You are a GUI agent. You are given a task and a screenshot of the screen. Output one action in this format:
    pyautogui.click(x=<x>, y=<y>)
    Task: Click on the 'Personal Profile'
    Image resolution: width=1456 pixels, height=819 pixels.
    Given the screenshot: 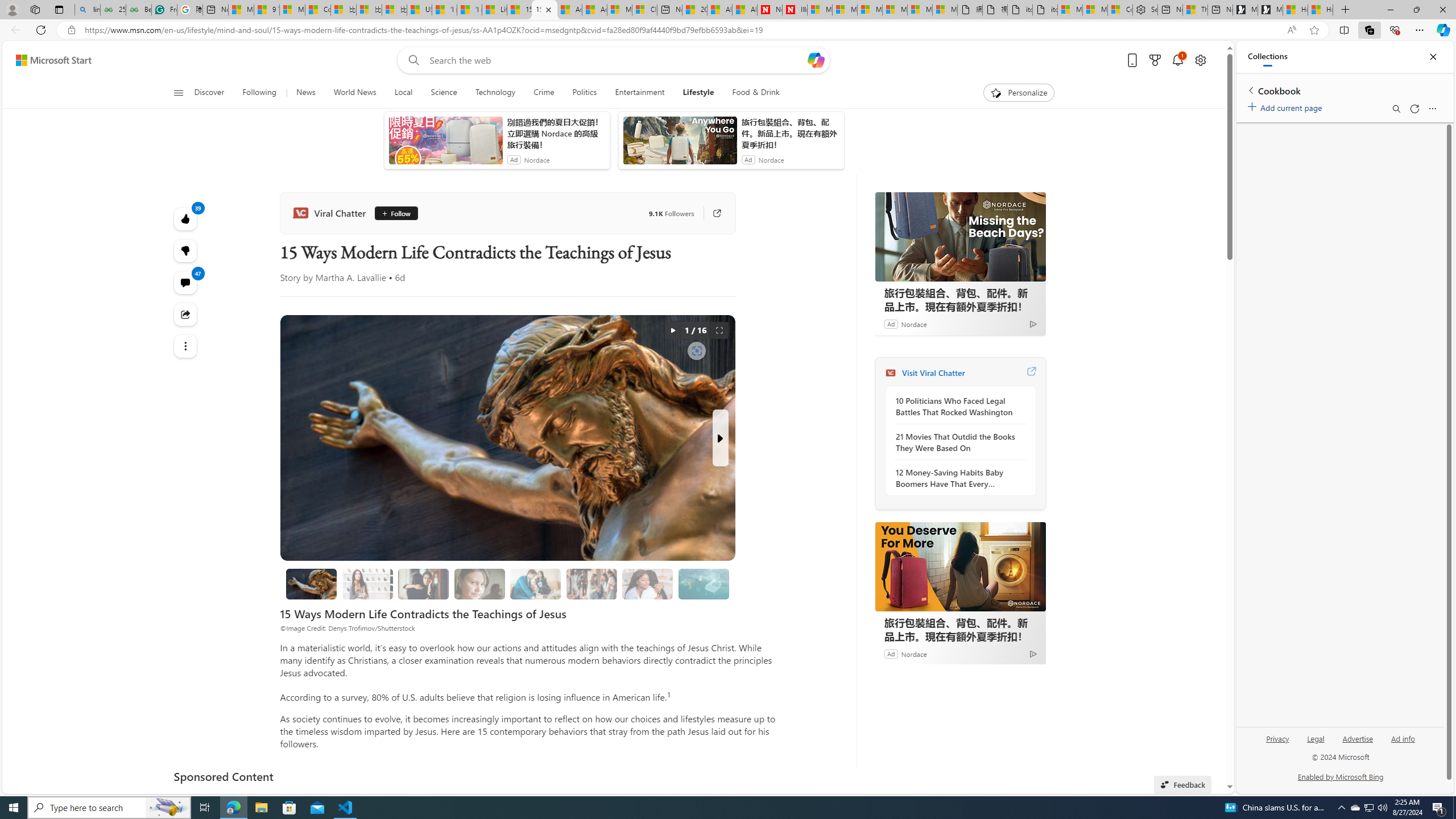 What is the action you would take?
    pyautogui.click(x=11, y=9)
    